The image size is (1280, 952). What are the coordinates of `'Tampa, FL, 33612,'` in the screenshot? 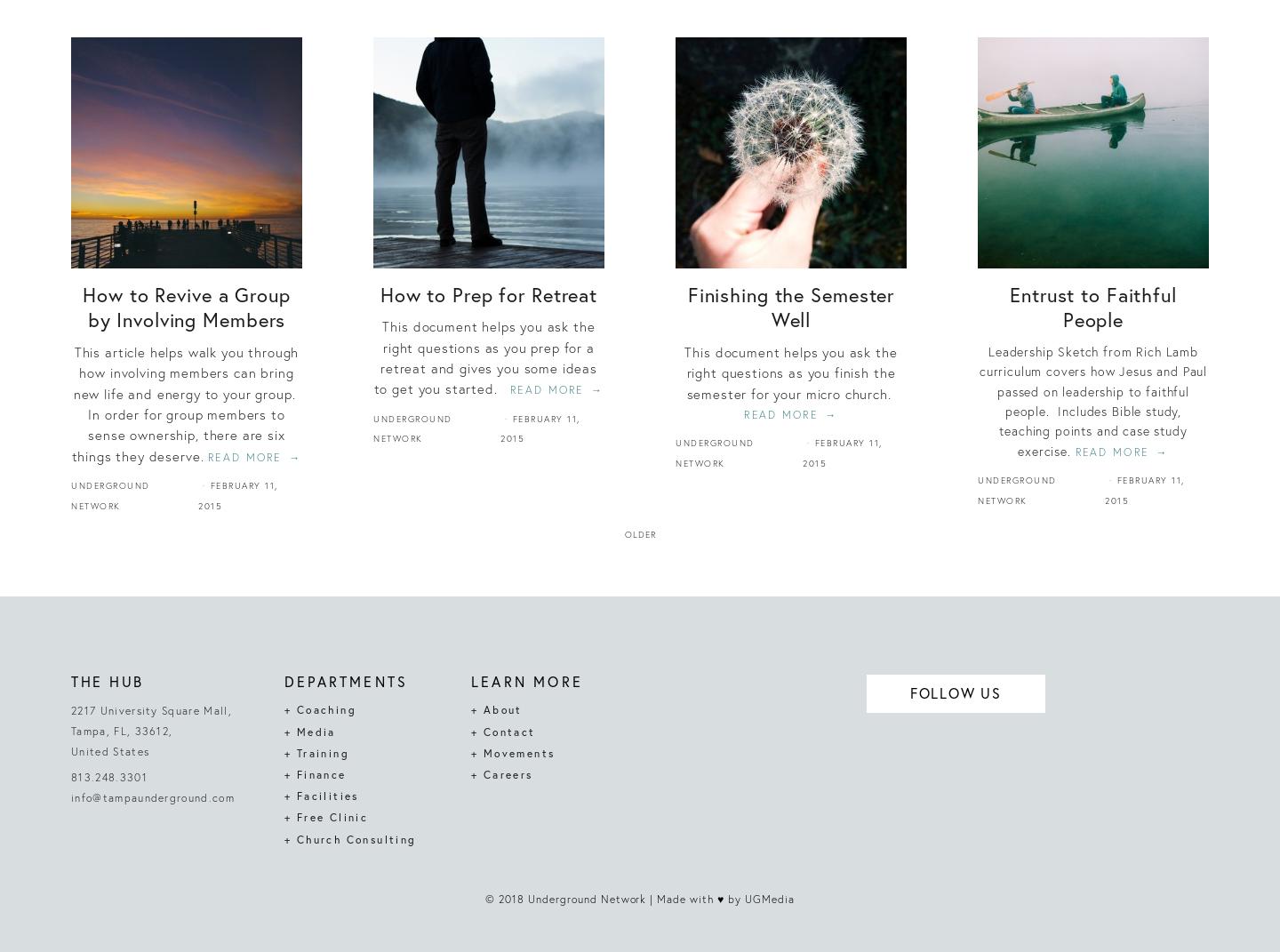 It's located at (120, 729).